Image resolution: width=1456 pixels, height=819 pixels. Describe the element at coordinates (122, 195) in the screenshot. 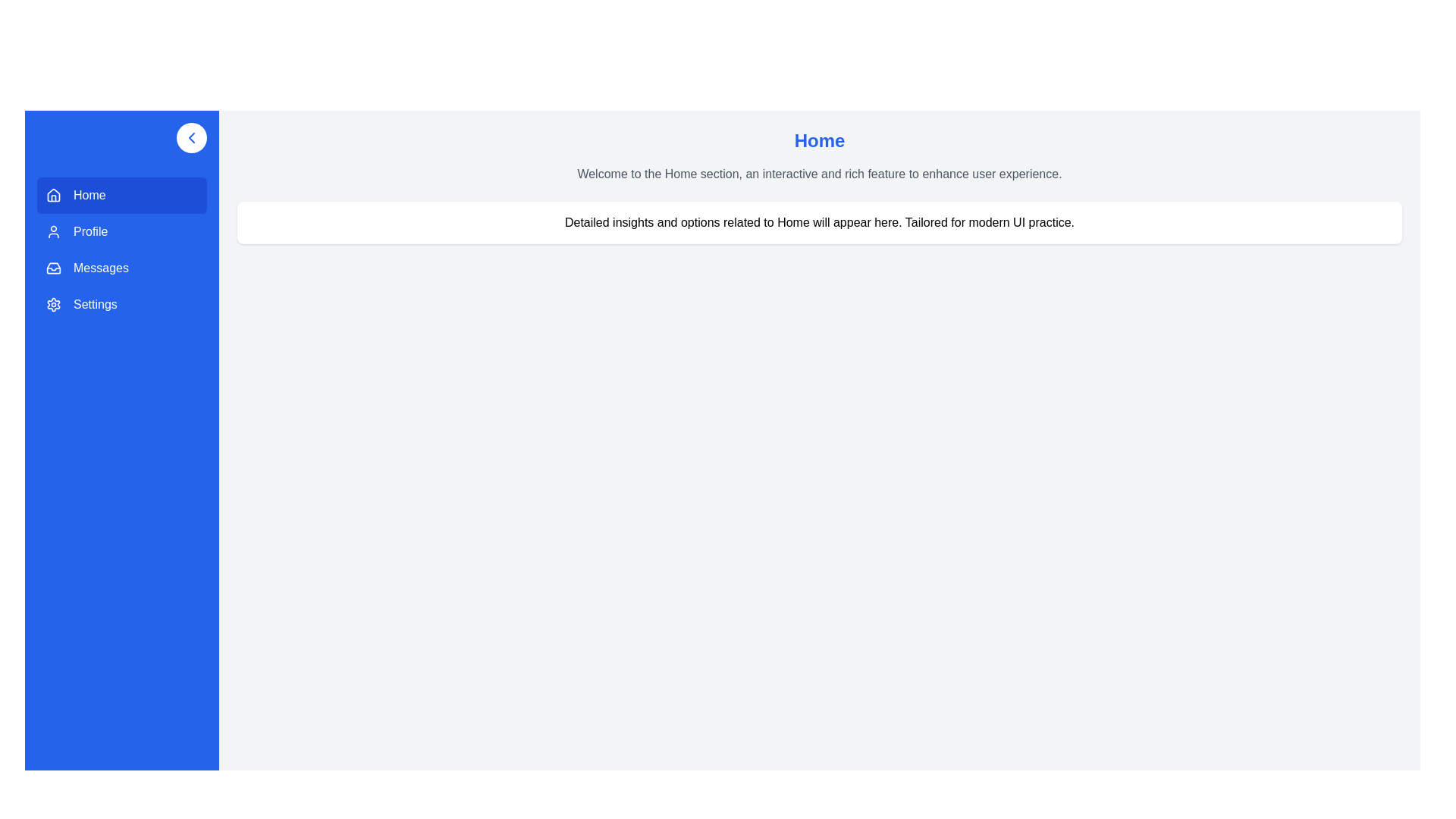

I see `the menu item Home to navigate to its section` at that location.